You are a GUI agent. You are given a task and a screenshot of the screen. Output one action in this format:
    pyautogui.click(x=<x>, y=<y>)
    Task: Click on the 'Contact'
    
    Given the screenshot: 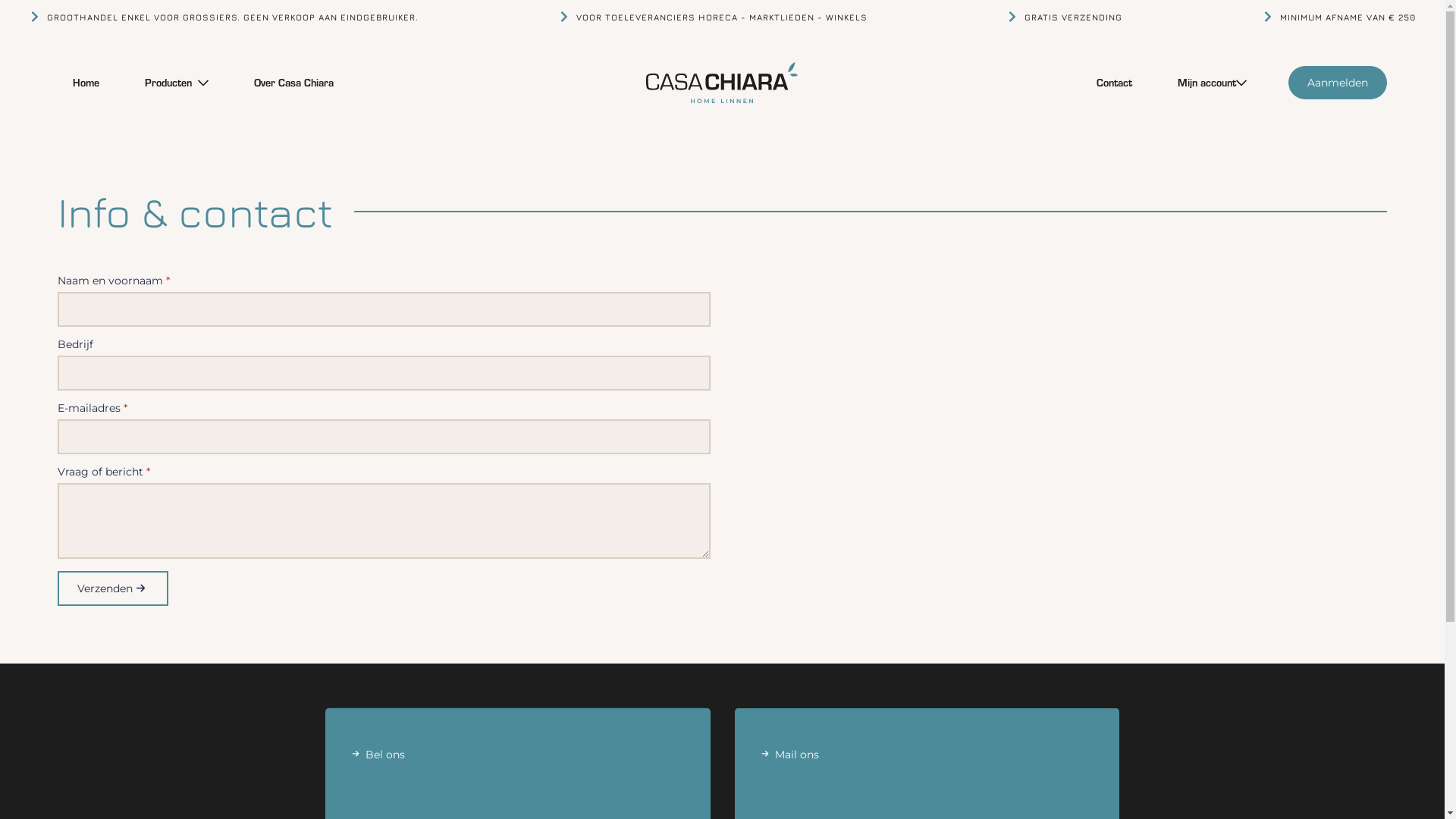 What is the action you would take?
    pyautogui.click(x=1080, y=82)
    